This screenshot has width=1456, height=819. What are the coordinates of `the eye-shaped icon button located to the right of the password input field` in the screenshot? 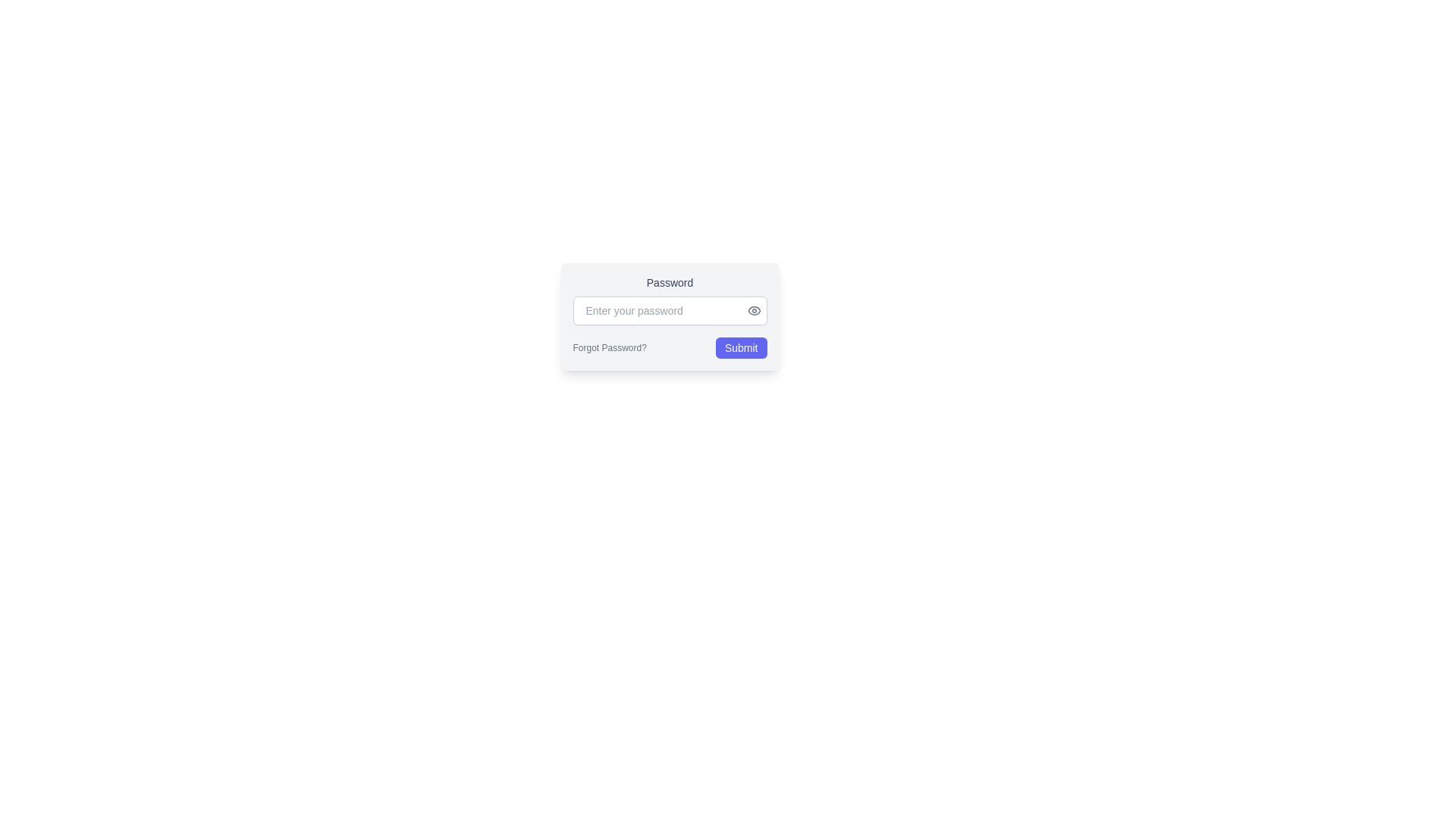 It's located at (757, 309).